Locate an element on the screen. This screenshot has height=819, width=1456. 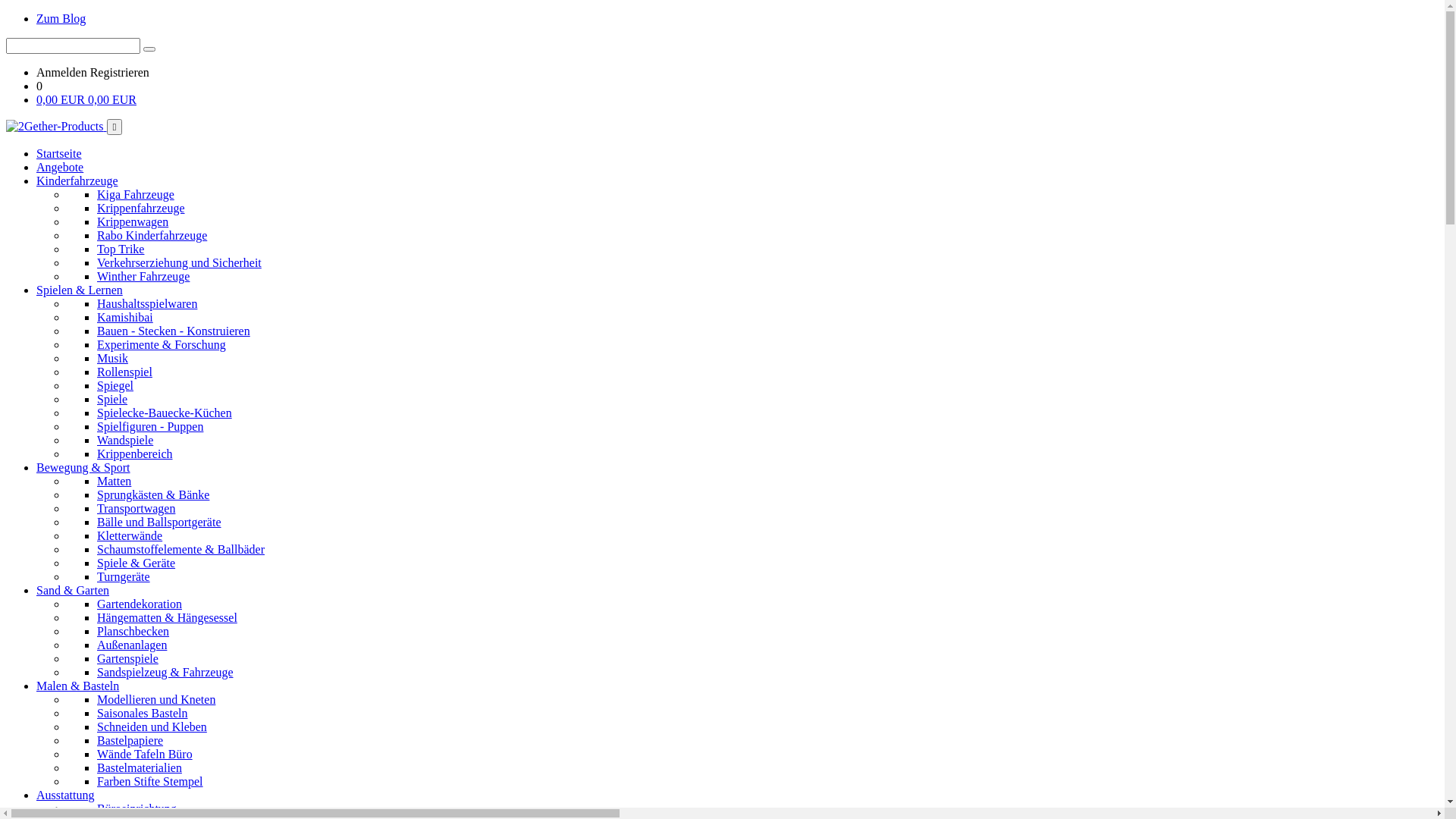
'Rollenspiel' is located at coordinates (96, 372).